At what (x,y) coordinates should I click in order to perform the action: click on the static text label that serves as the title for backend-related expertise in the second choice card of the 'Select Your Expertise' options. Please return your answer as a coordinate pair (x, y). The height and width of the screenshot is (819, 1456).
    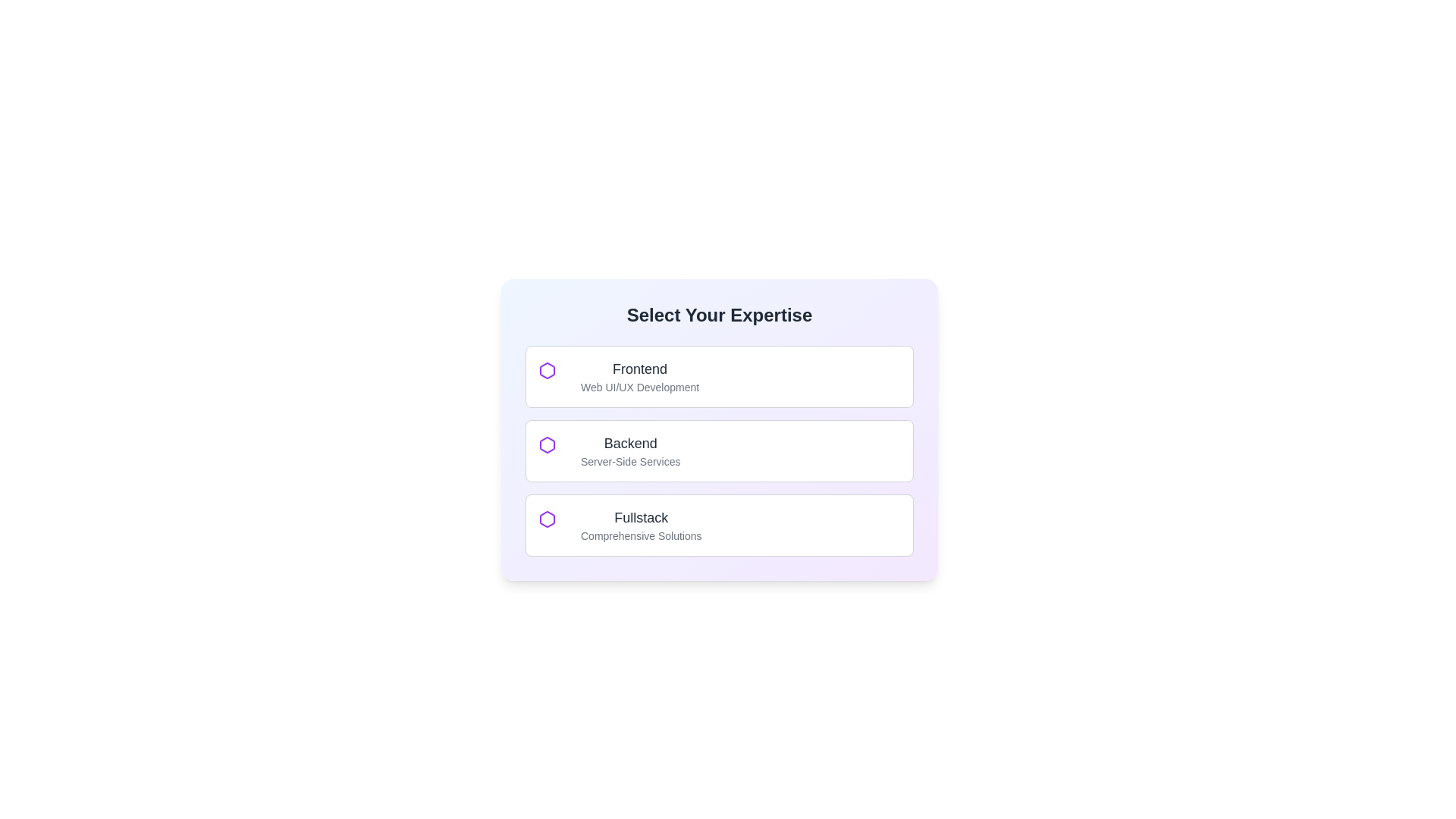
    Looking at the image, I should click on (630, 444).